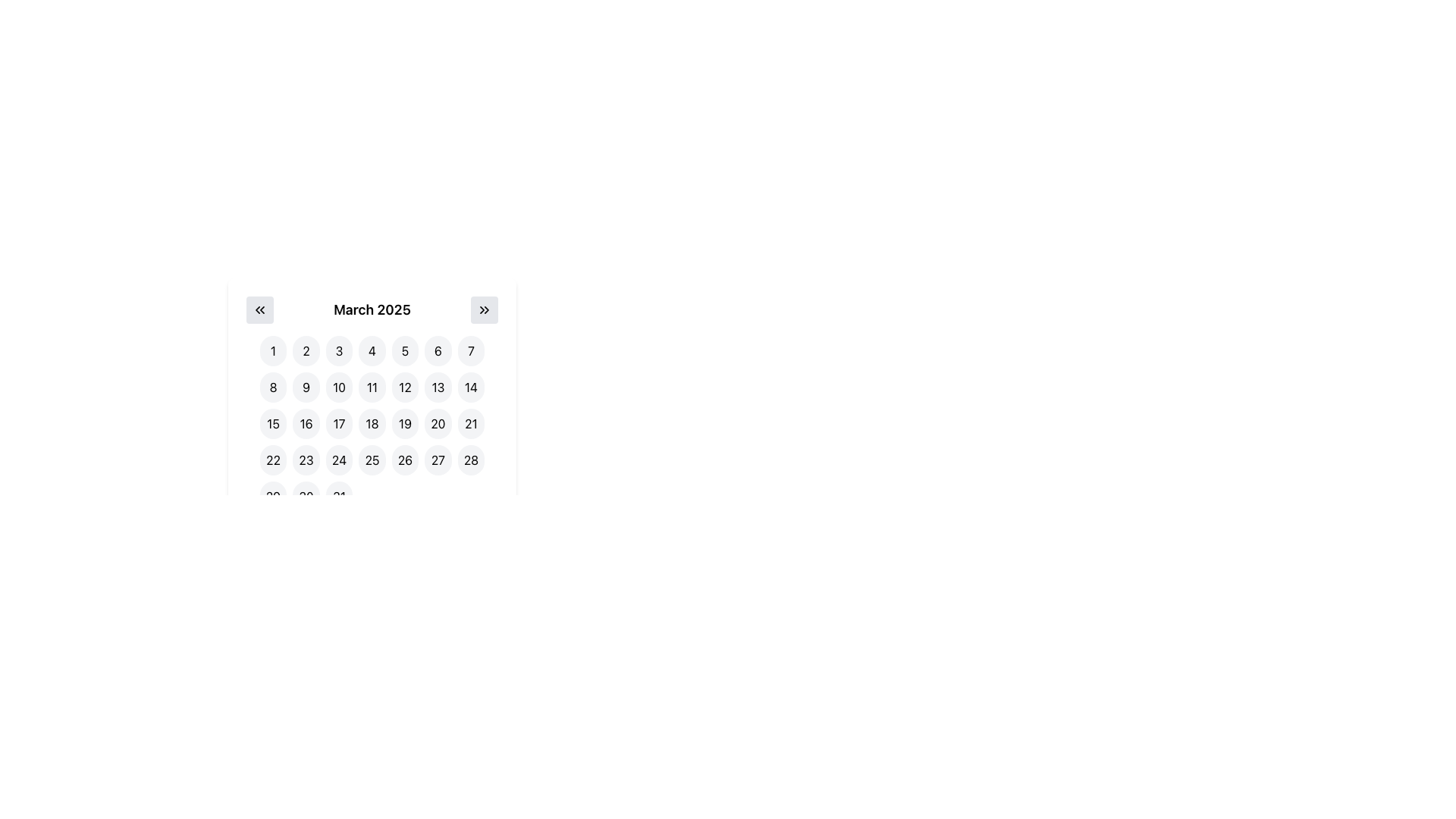 This screenshot has width=1456, height=819. Describe the element at coordinates (405, 350) in the screenshot. I see `the button for '5th March 2025' in the calendar UI` at that location.